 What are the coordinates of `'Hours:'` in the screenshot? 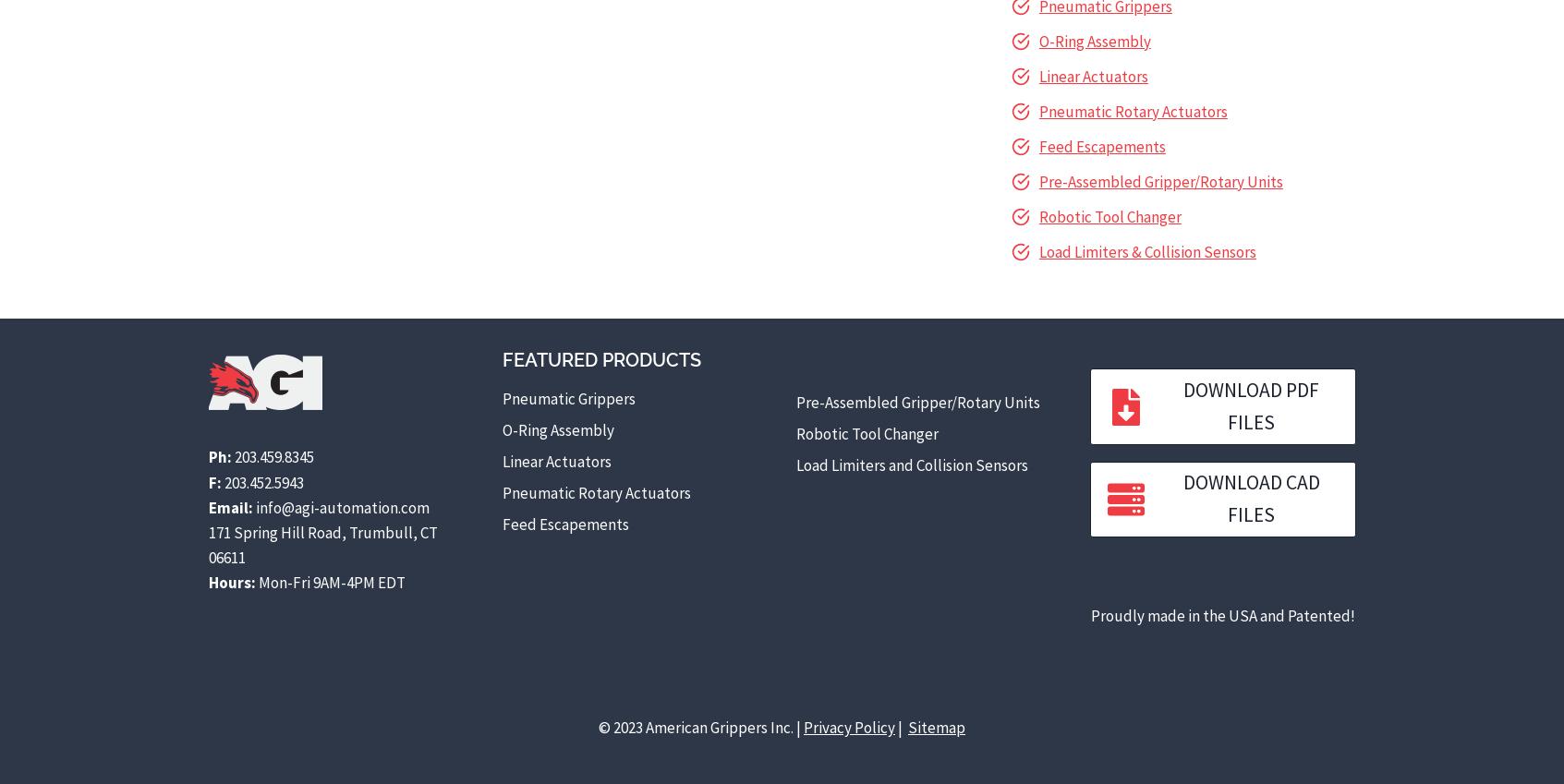 It's located at (207, 582).